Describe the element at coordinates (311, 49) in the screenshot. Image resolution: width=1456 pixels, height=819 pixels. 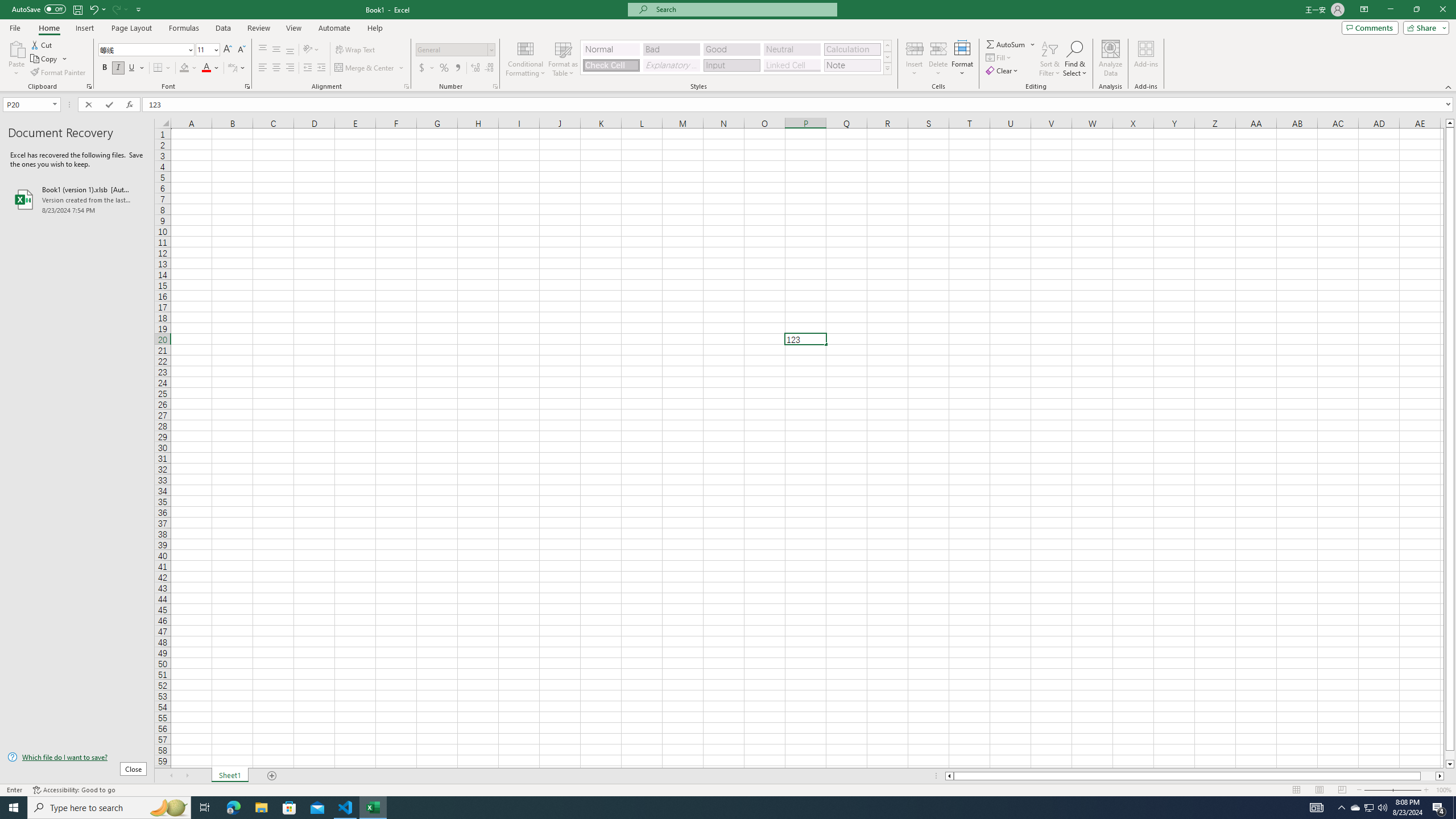
I see `'Orientation'` at that location.